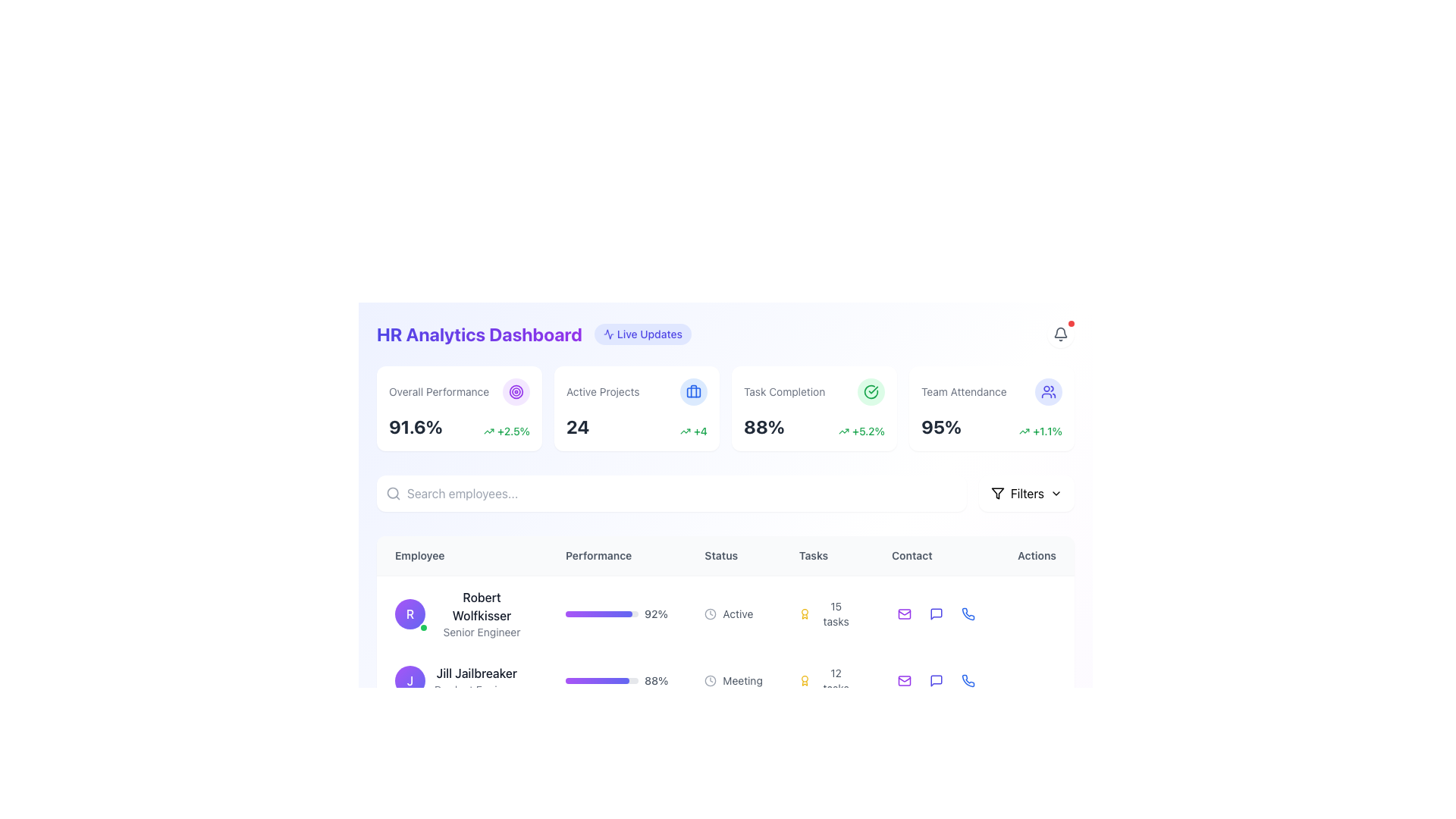 The width and height of the screenshot is (1456, 819). I want to click on the '12 tasks' label, which is styled with a small gray font and located to the right of a yellow award icon in the second row under the 'Tasks' column, so click(826, 680).